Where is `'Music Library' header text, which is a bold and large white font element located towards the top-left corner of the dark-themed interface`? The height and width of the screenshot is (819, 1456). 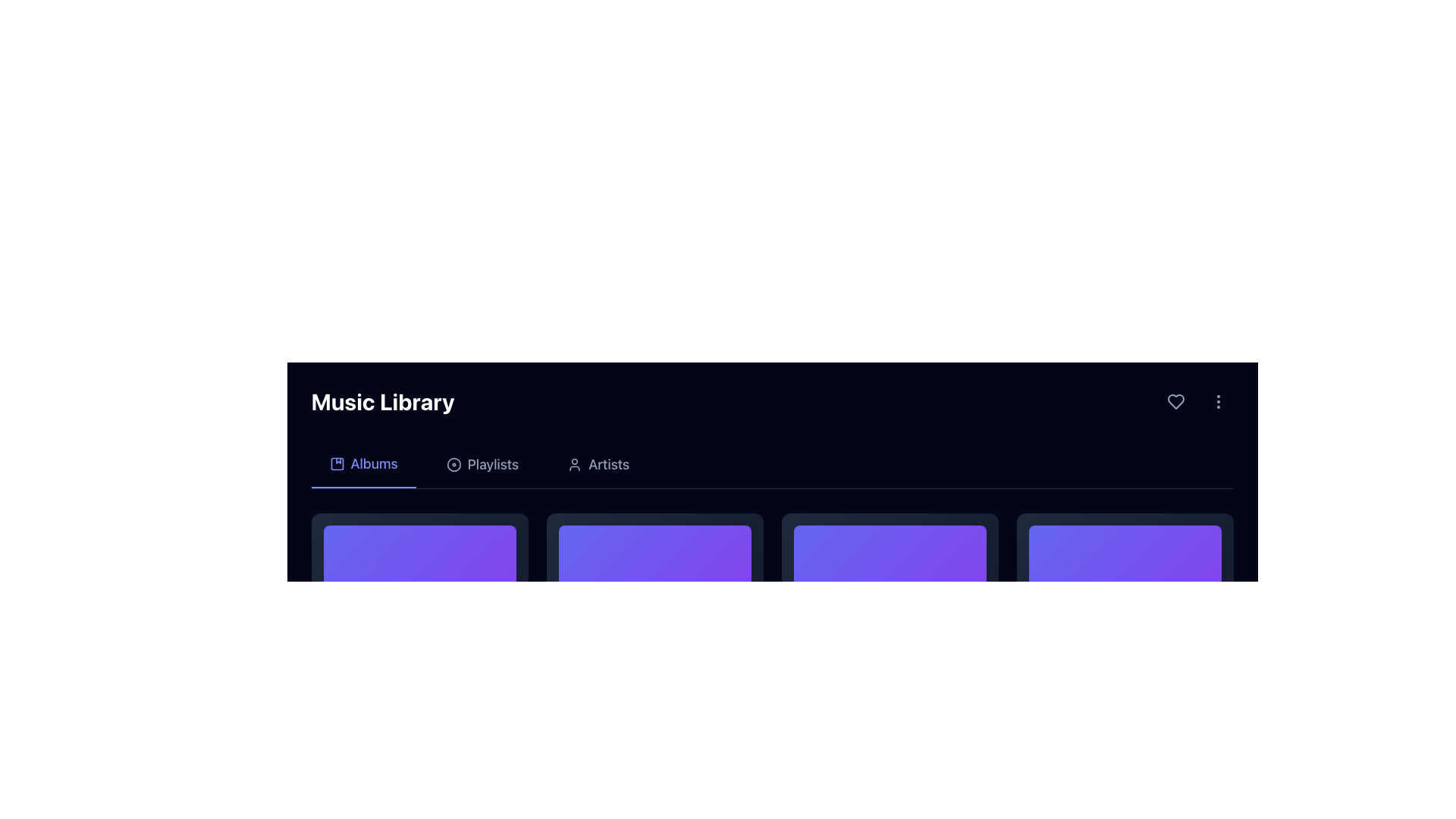
'Music Library' header text, which is a bold and large white font element located towards the top-left corner of the dark-themed interface is located at coordinates (383, 400).